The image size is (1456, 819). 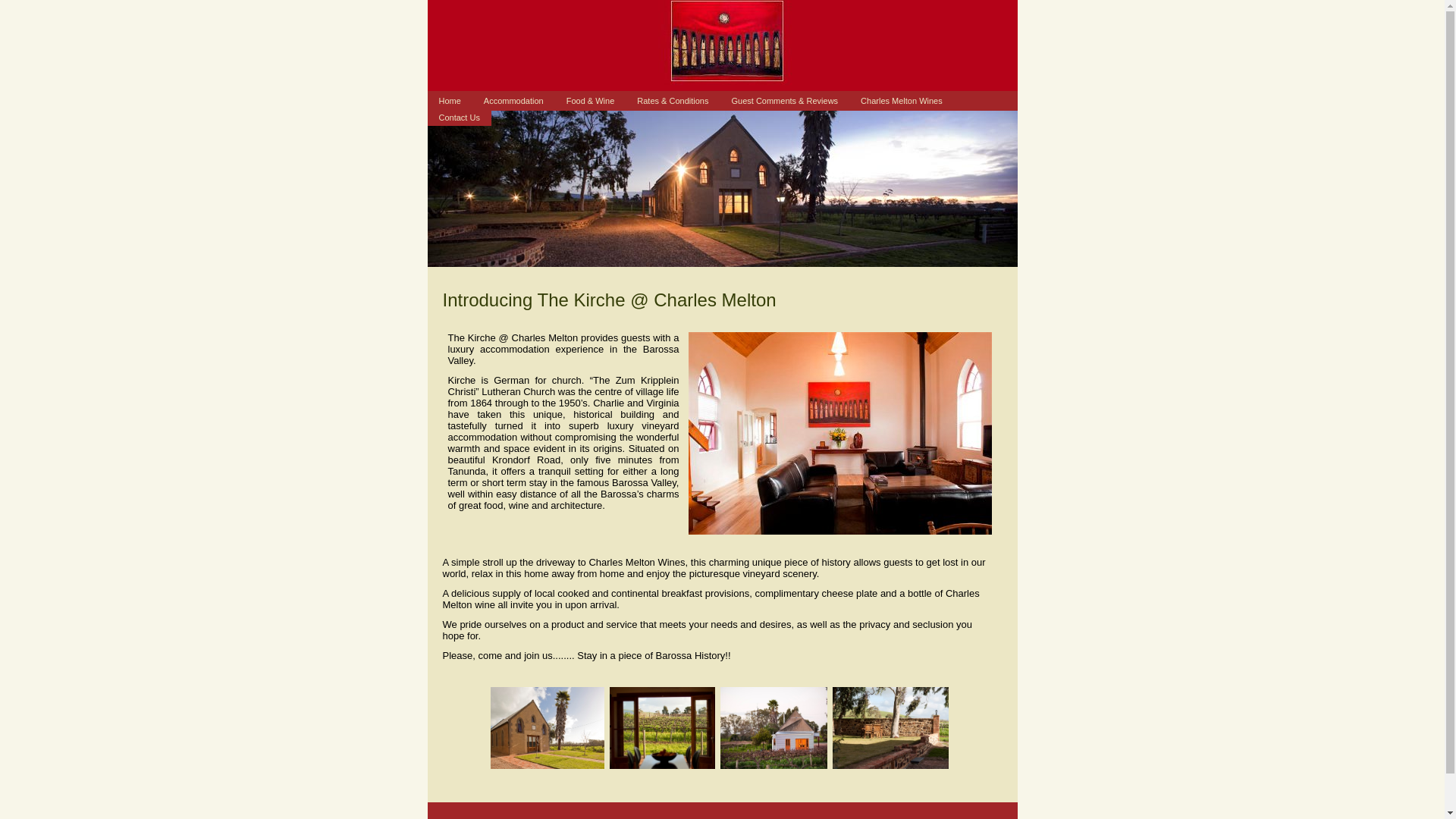 What do you see at coordinates (589, 100) in the screenshot?
I see `'Food & Wine'` at bounding box center [589, 100].